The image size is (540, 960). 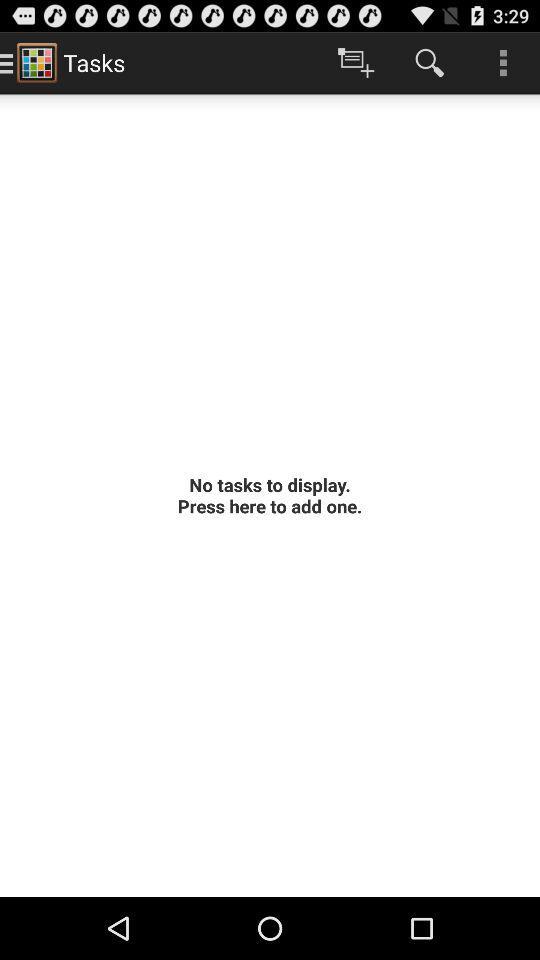 What do you see at coordinates (270, 494) in the screenshot?
I see `the no tasks to` at bounding box center [270, 494].